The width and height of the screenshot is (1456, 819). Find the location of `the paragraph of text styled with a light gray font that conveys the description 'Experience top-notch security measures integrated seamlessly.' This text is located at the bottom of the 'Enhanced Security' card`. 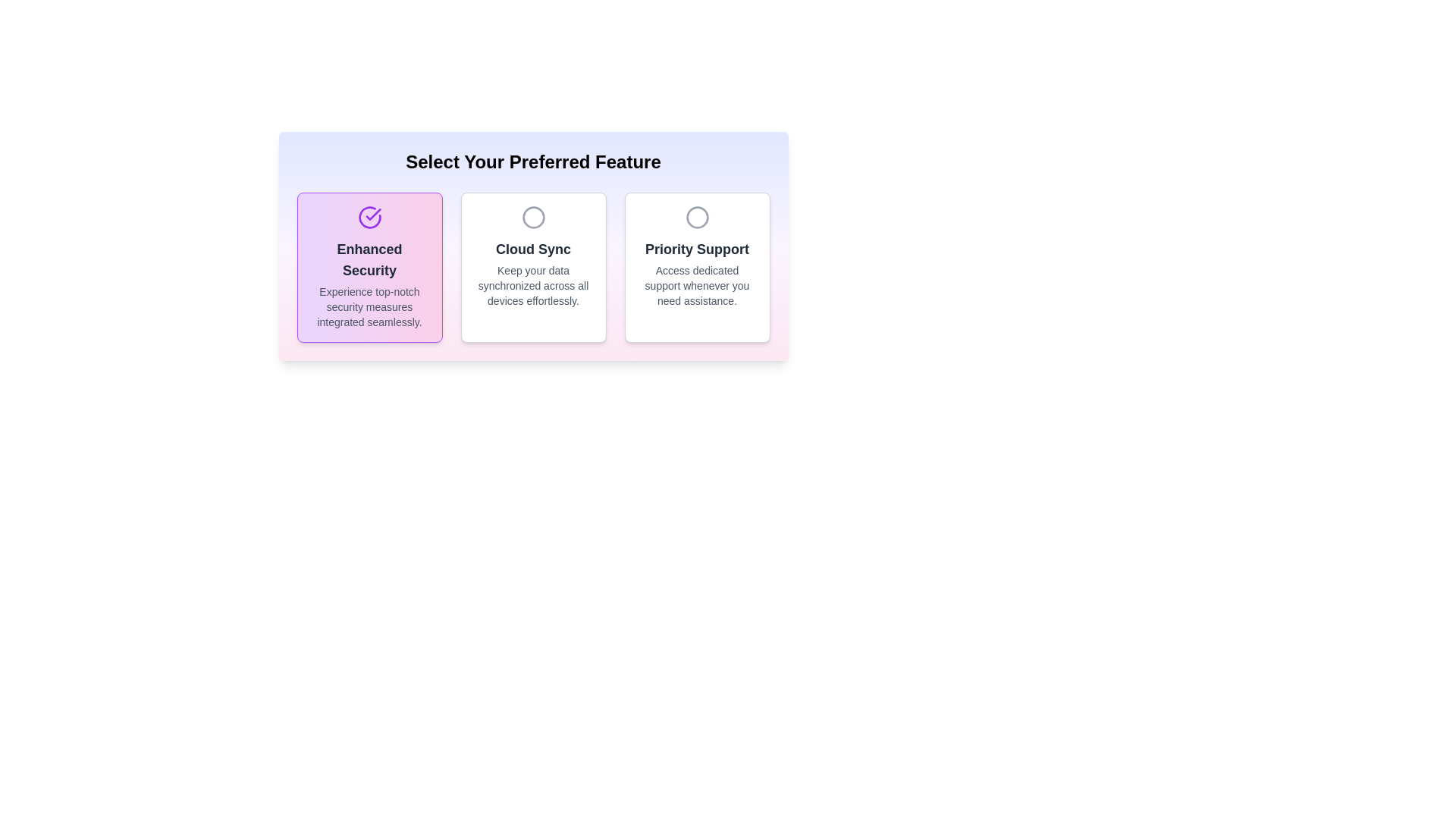

the paragraph of text styled with a light gray font that conveys the description 'Experience top-notch security measures integrated seamlessly.' This text is located at the bottom of the 'Enhanced Security' card is located at coordinates (369, 307).